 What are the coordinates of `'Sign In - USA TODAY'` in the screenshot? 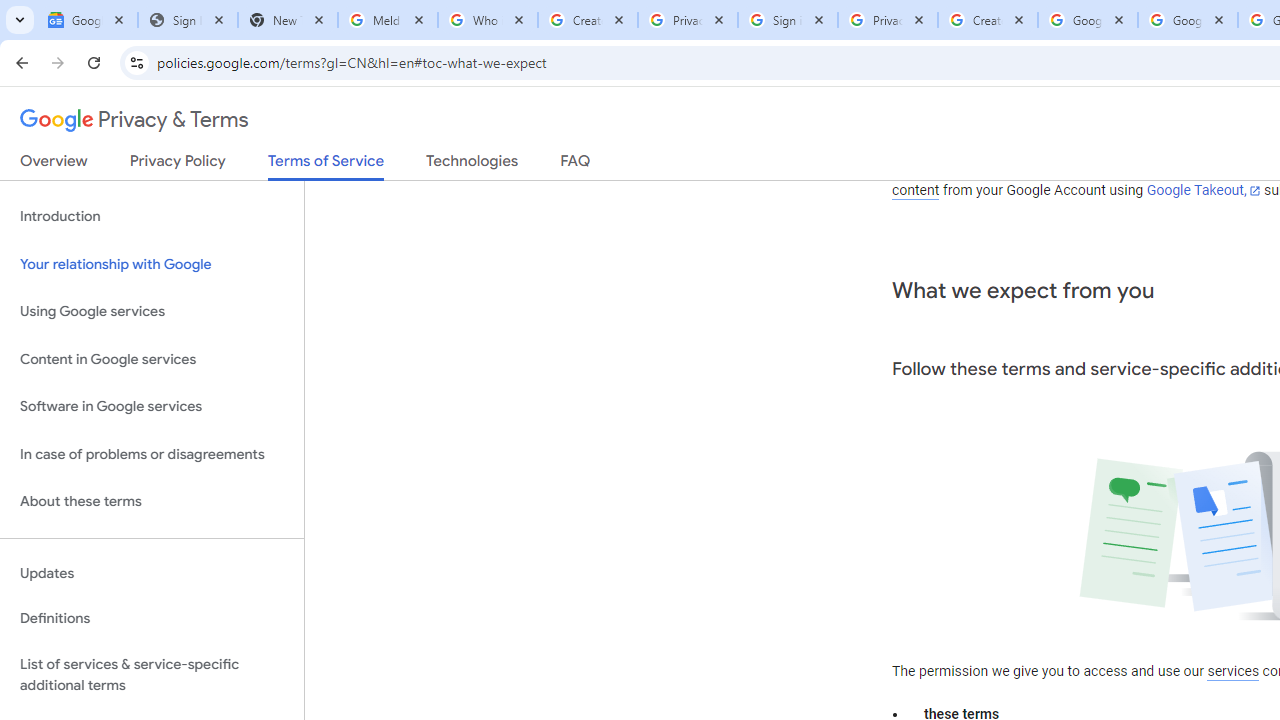 It's located at (188, 20).